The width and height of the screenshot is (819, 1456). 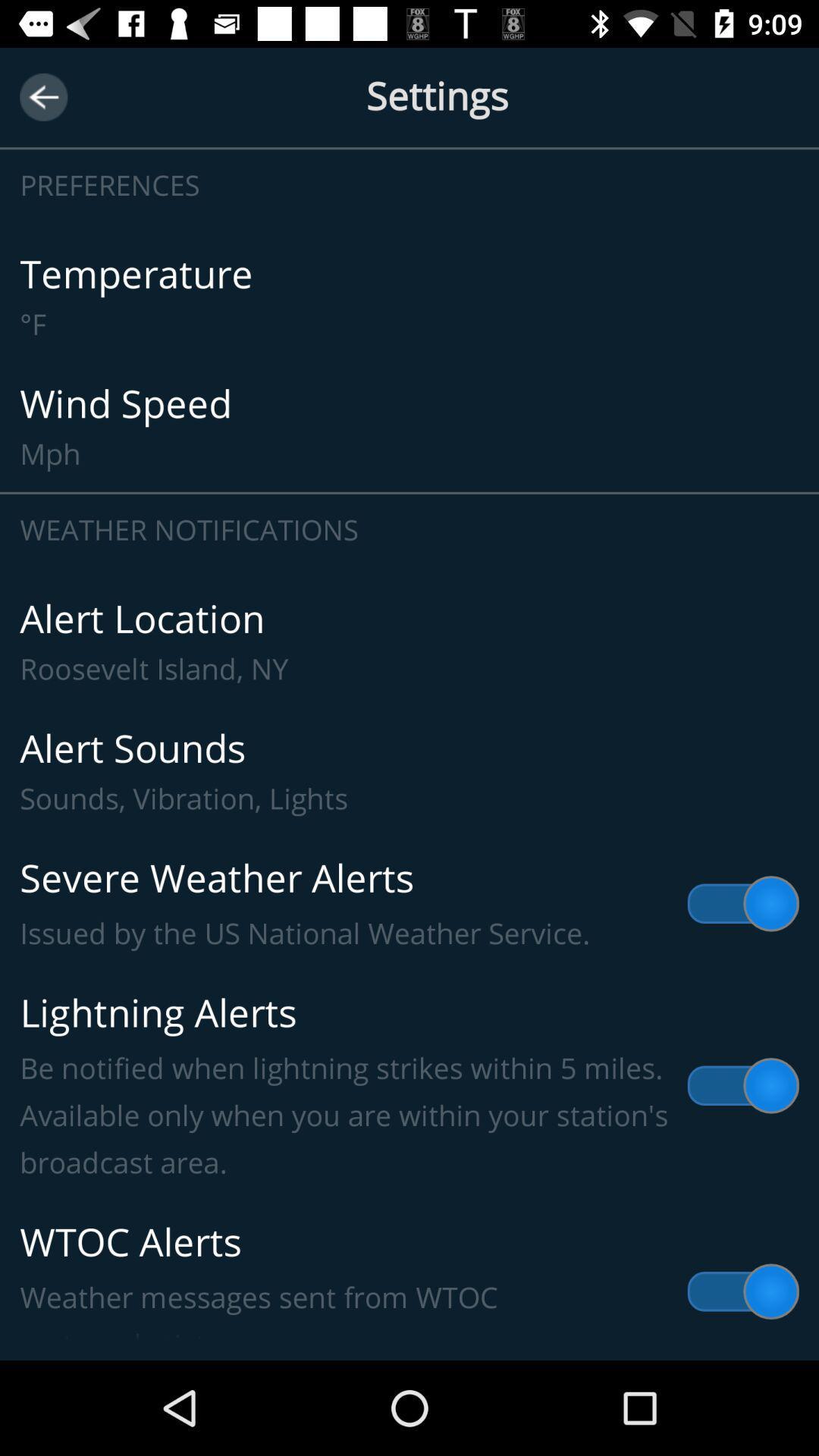 I want to click on alert sounds sounds item, so click(x=409, y=771).